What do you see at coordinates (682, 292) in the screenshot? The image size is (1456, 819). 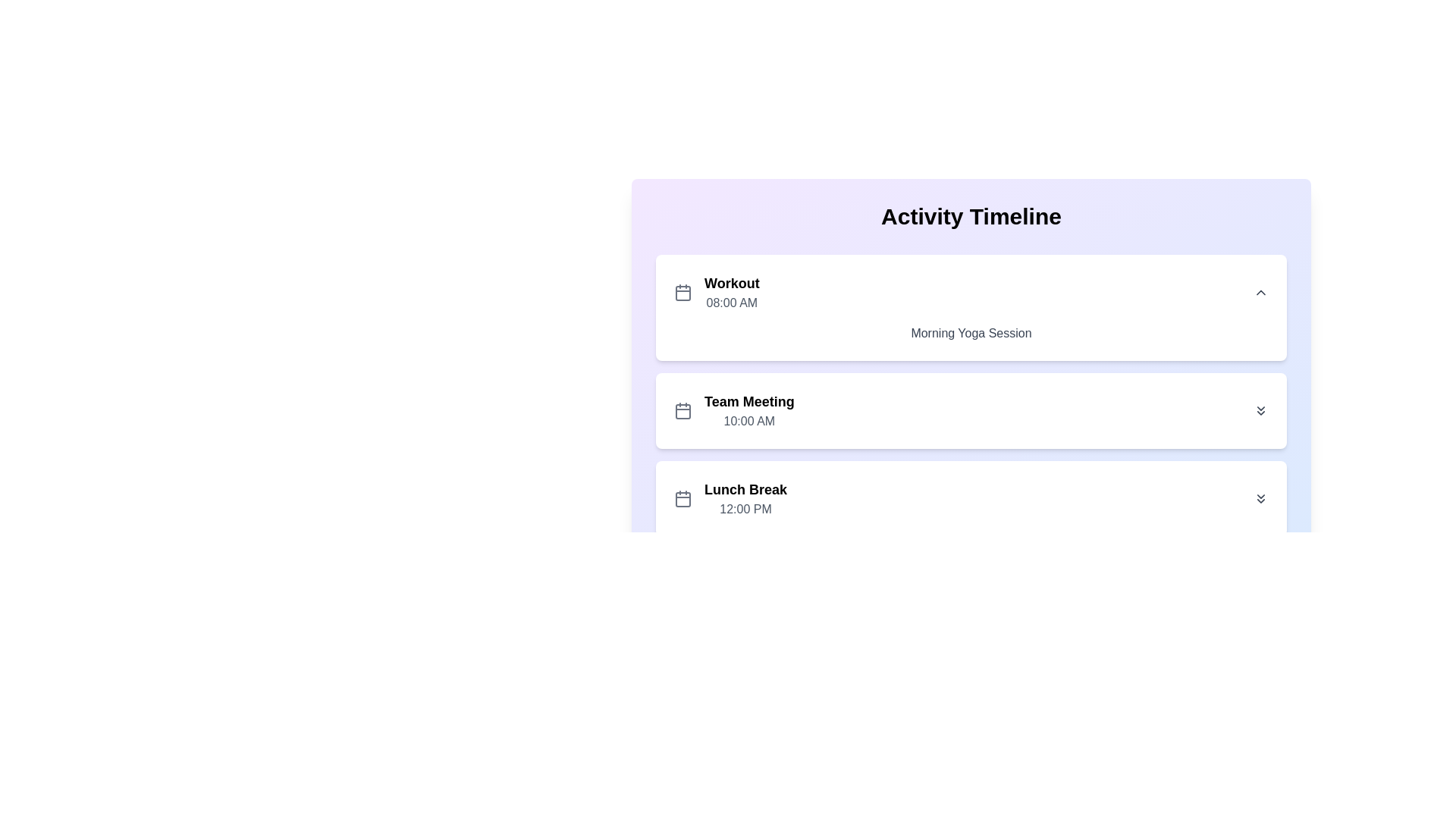 I see `the calendar icon located to the left of the text 'Workout' and '08:00 AM' in the first item of the activity timeline` at bounding box center [682, 292].